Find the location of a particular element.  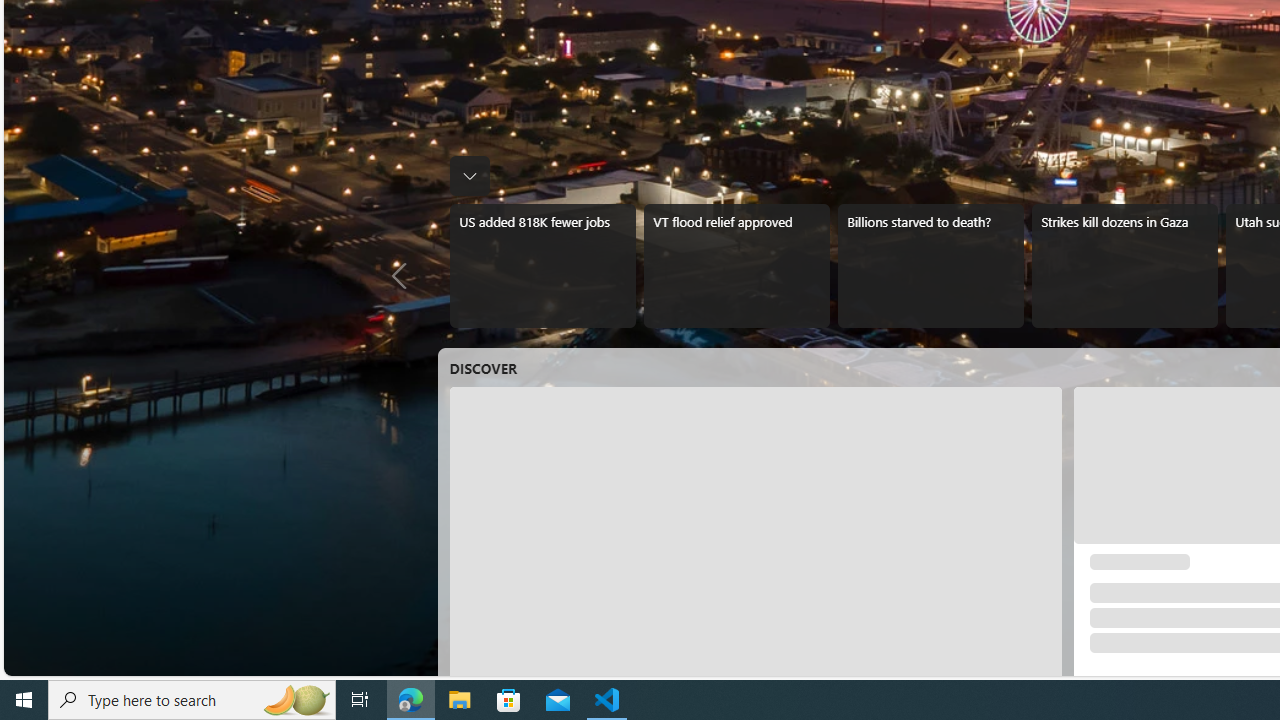

'Strikes kill dozens in Gaza' is located at coordinates (1124, 265).